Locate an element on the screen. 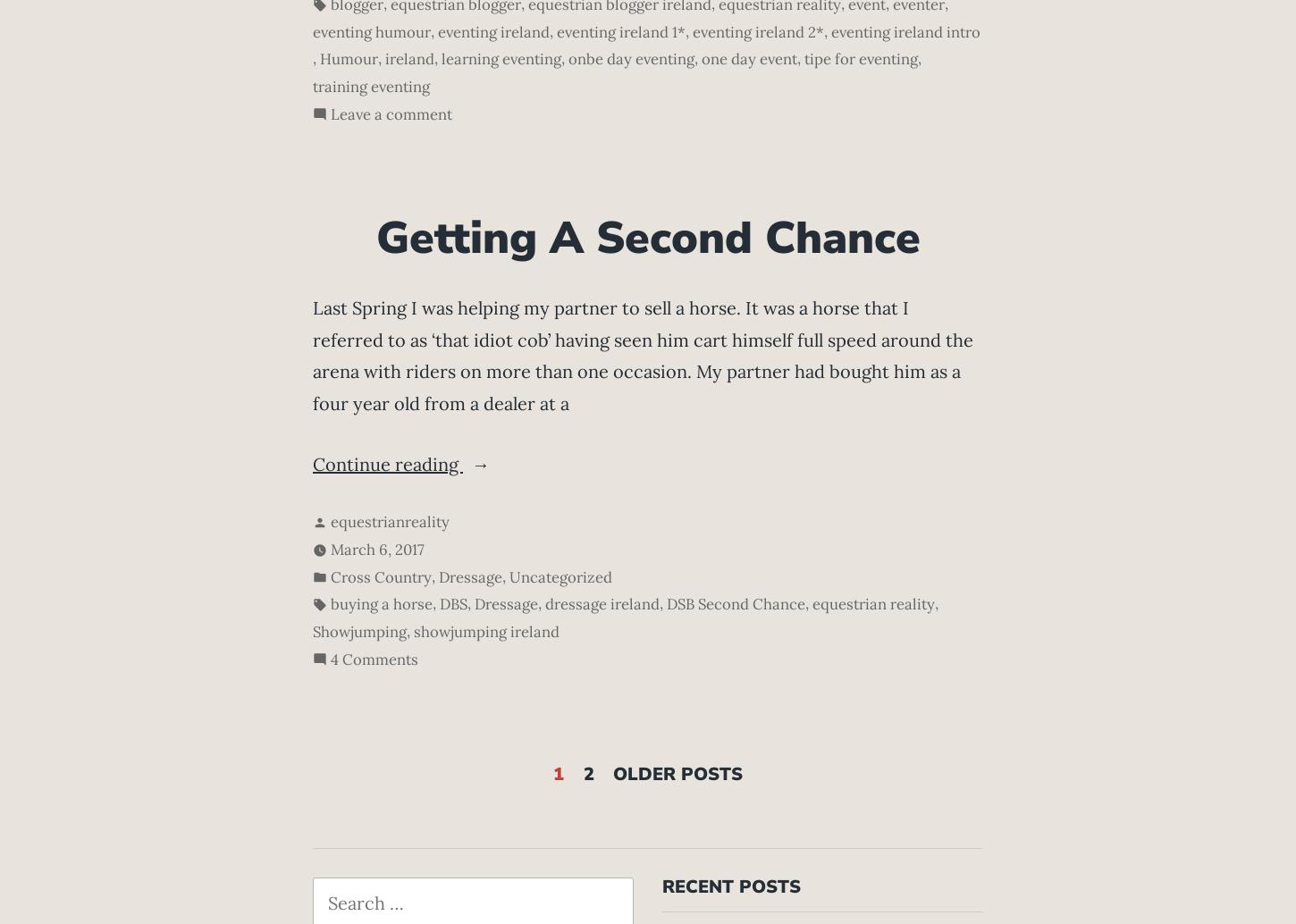 The image size is (1296, 924). 'tipe for eventing' is located at coordinates (860, 58).